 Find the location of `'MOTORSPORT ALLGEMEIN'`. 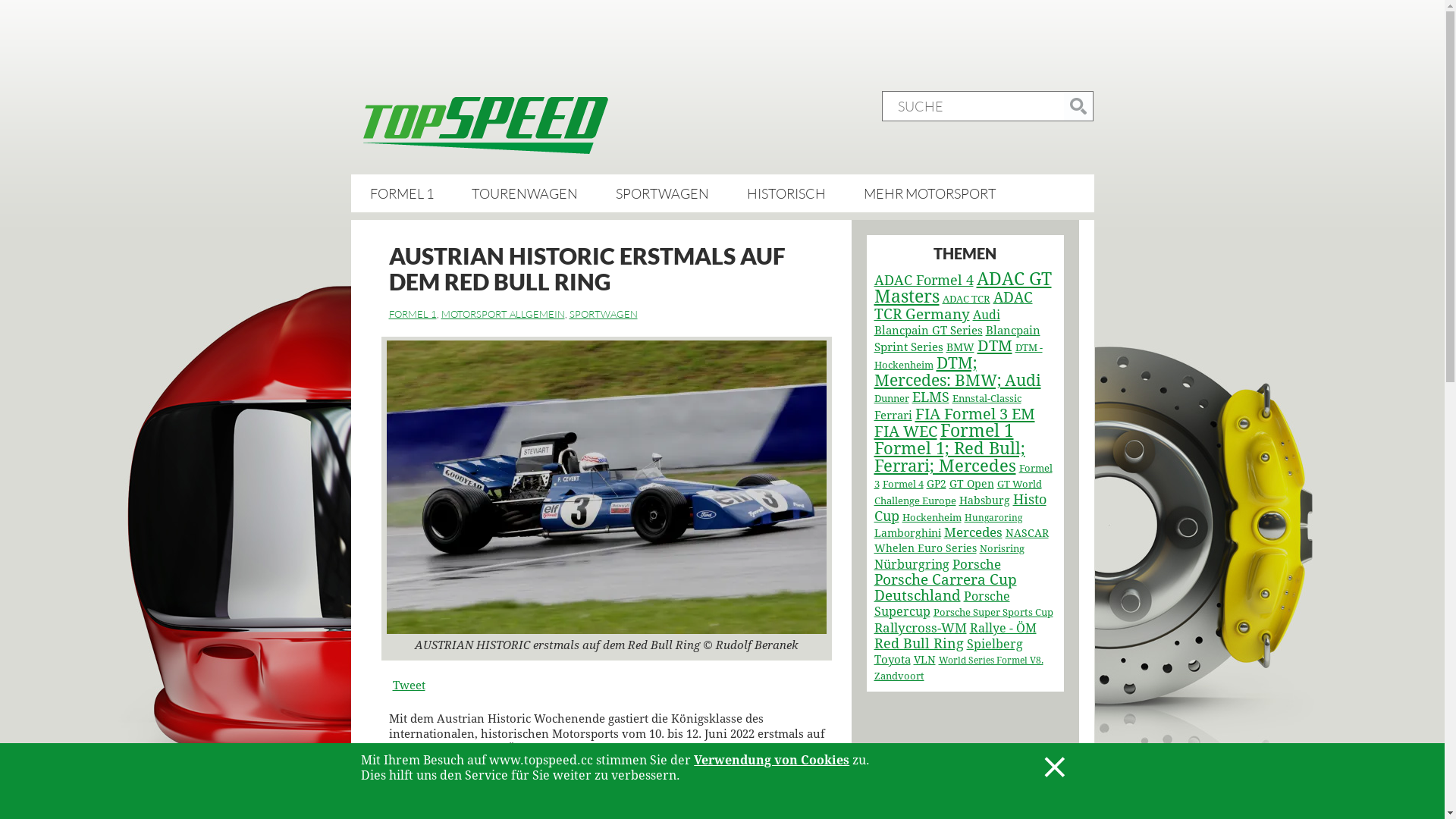

'MOTORSPORT ALLGEMEIN' is located at coordinates (503, 312).